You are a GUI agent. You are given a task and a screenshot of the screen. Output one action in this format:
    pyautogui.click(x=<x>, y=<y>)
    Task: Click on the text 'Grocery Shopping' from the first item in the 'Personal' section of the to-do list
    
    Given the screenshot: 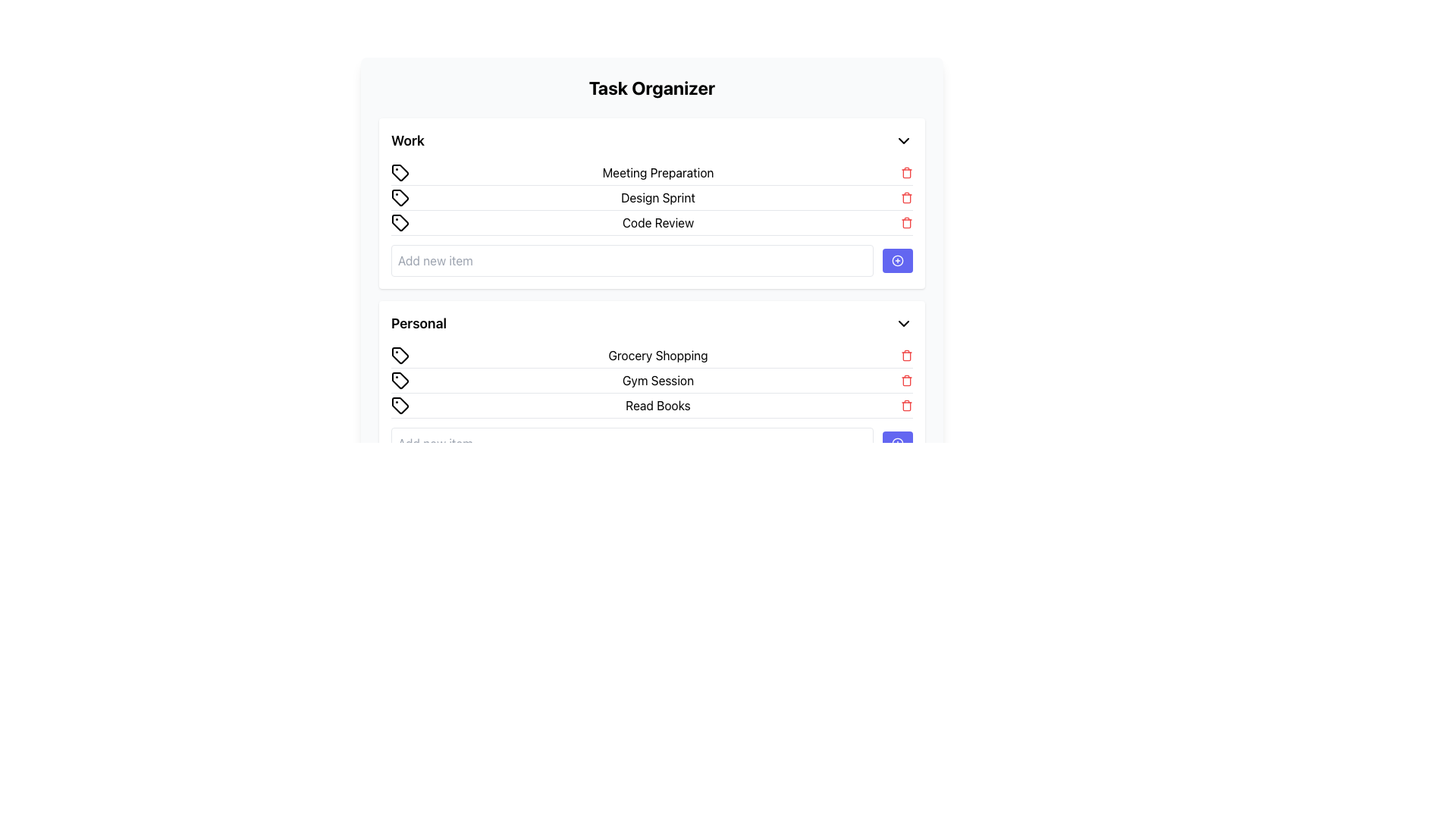 What is the action you would take?
    pyautogui.click(x=651, y=356)
    